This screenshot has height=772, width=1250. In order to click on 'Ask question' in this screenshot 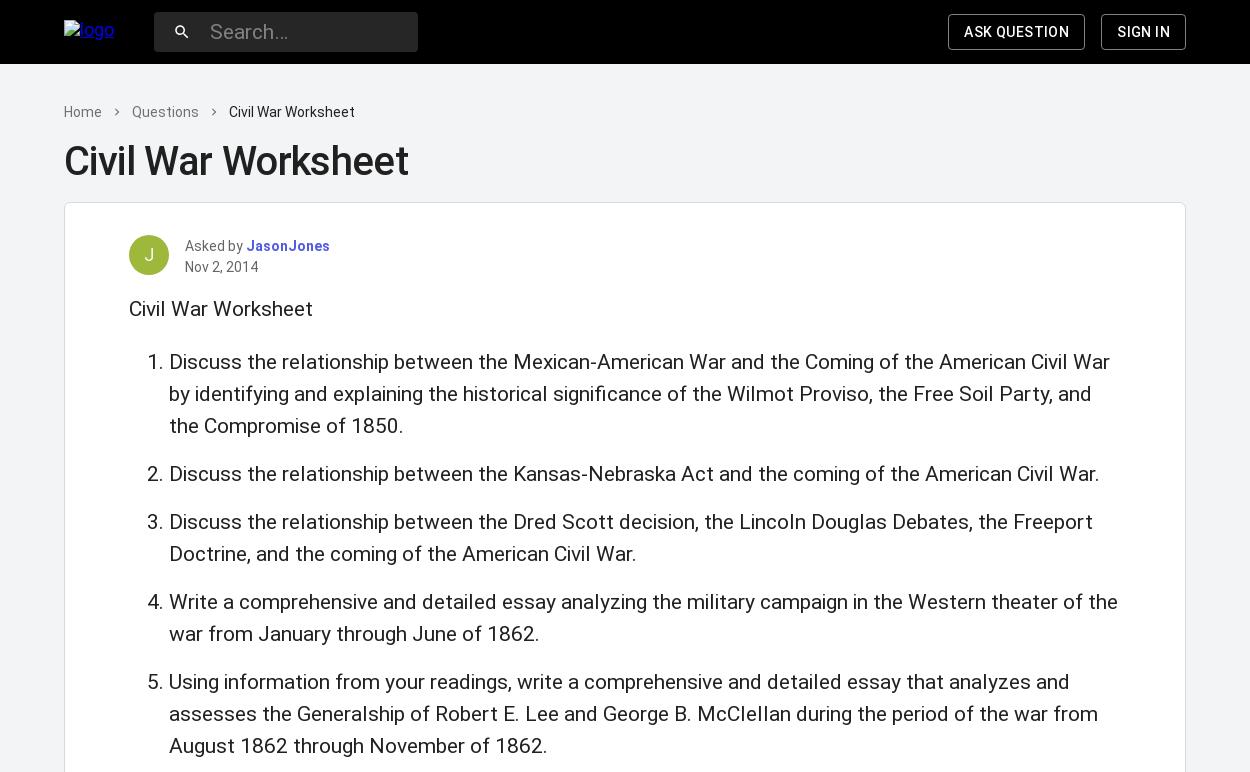, I will do `click(1016, 31)`.